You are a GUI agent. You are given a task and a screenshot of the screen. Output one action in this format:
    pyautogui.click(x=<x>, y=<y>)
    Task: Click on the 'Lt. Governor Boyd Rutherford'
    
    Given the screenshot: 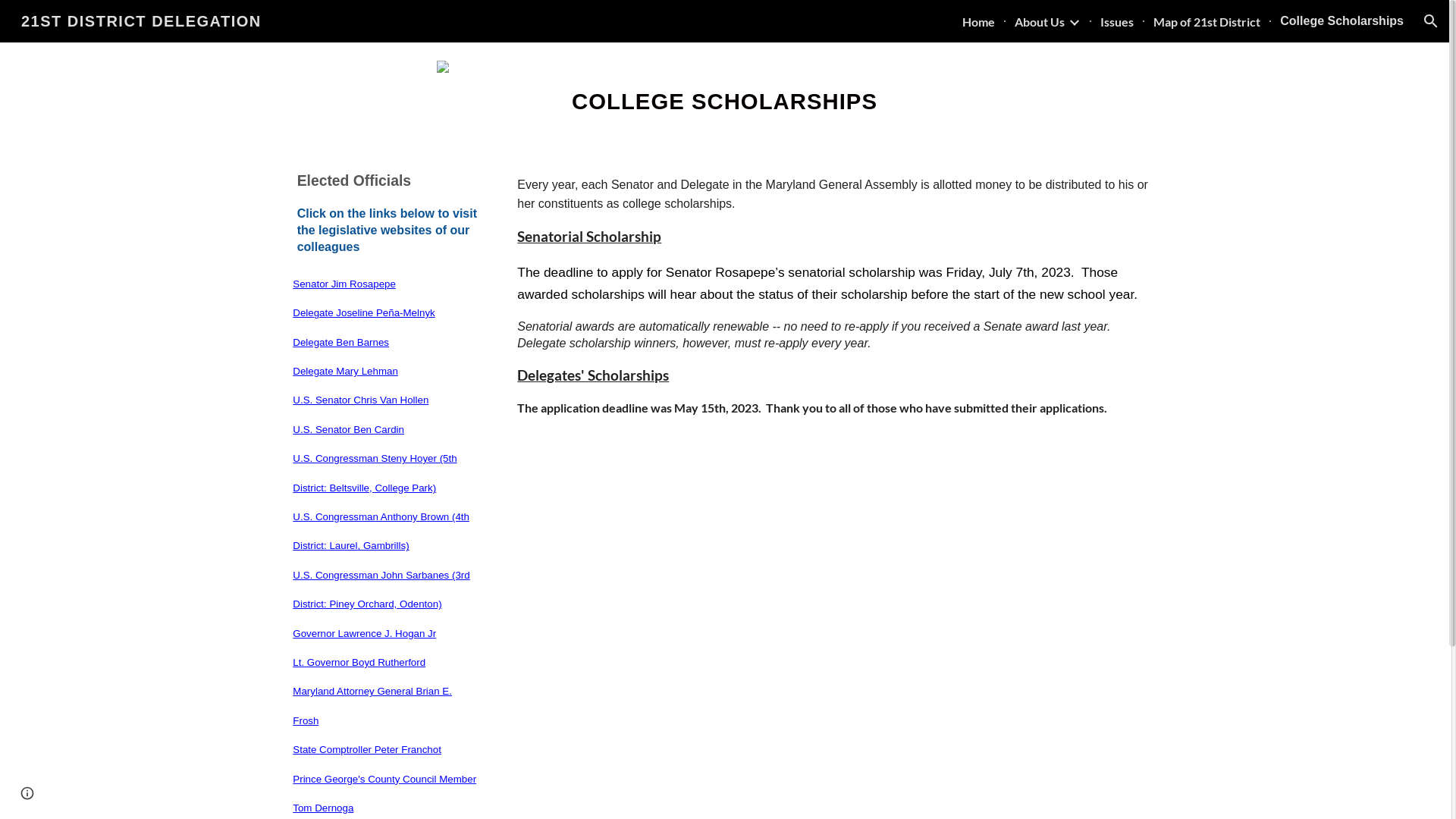 What is the action you would take?
    pyautogui.click(x=358, y=661)
    